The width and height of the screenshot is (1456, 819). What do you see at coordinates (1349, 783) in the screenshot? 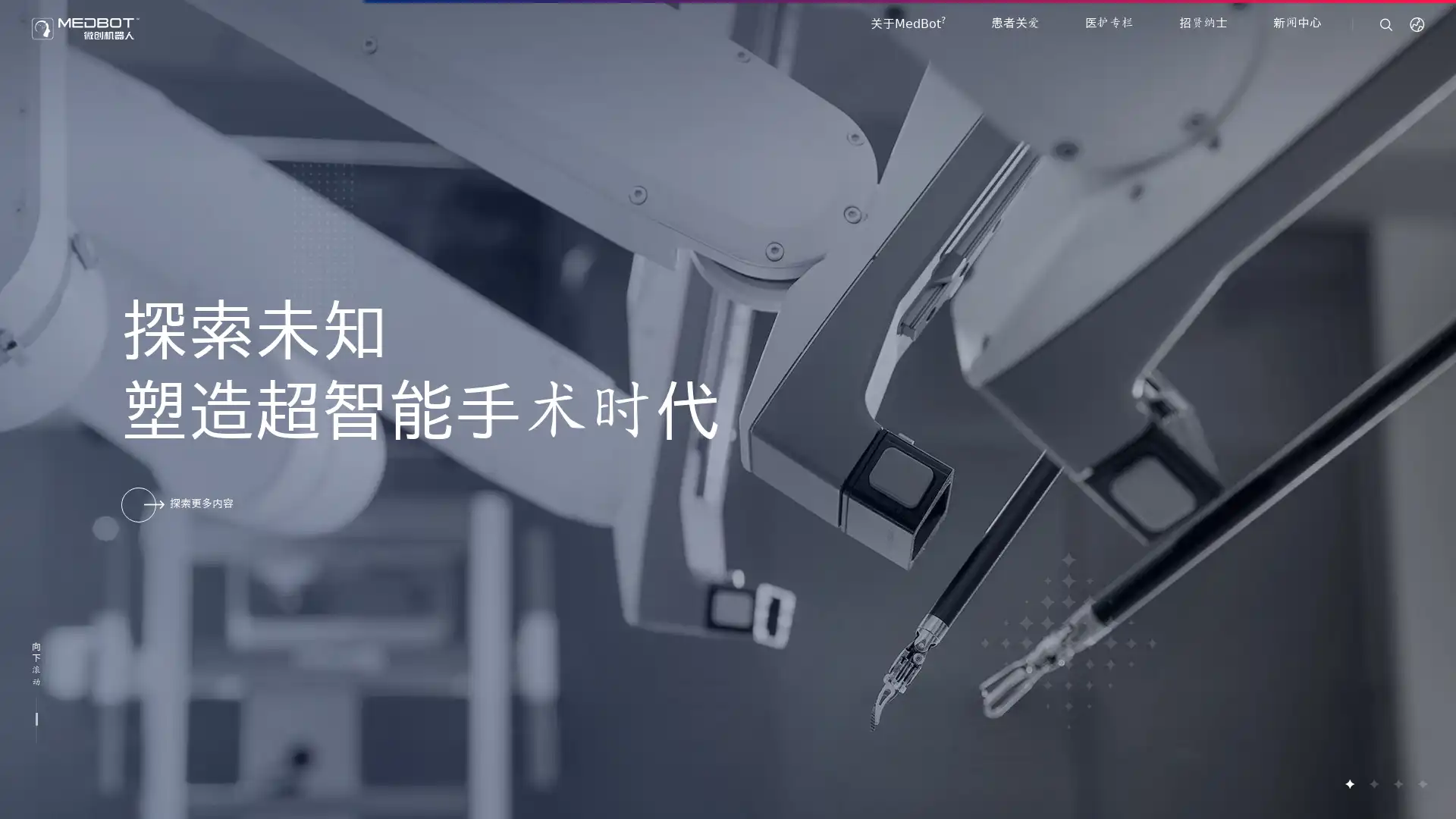
I see `Go to slide 1` at bounding box center [1349, 783].